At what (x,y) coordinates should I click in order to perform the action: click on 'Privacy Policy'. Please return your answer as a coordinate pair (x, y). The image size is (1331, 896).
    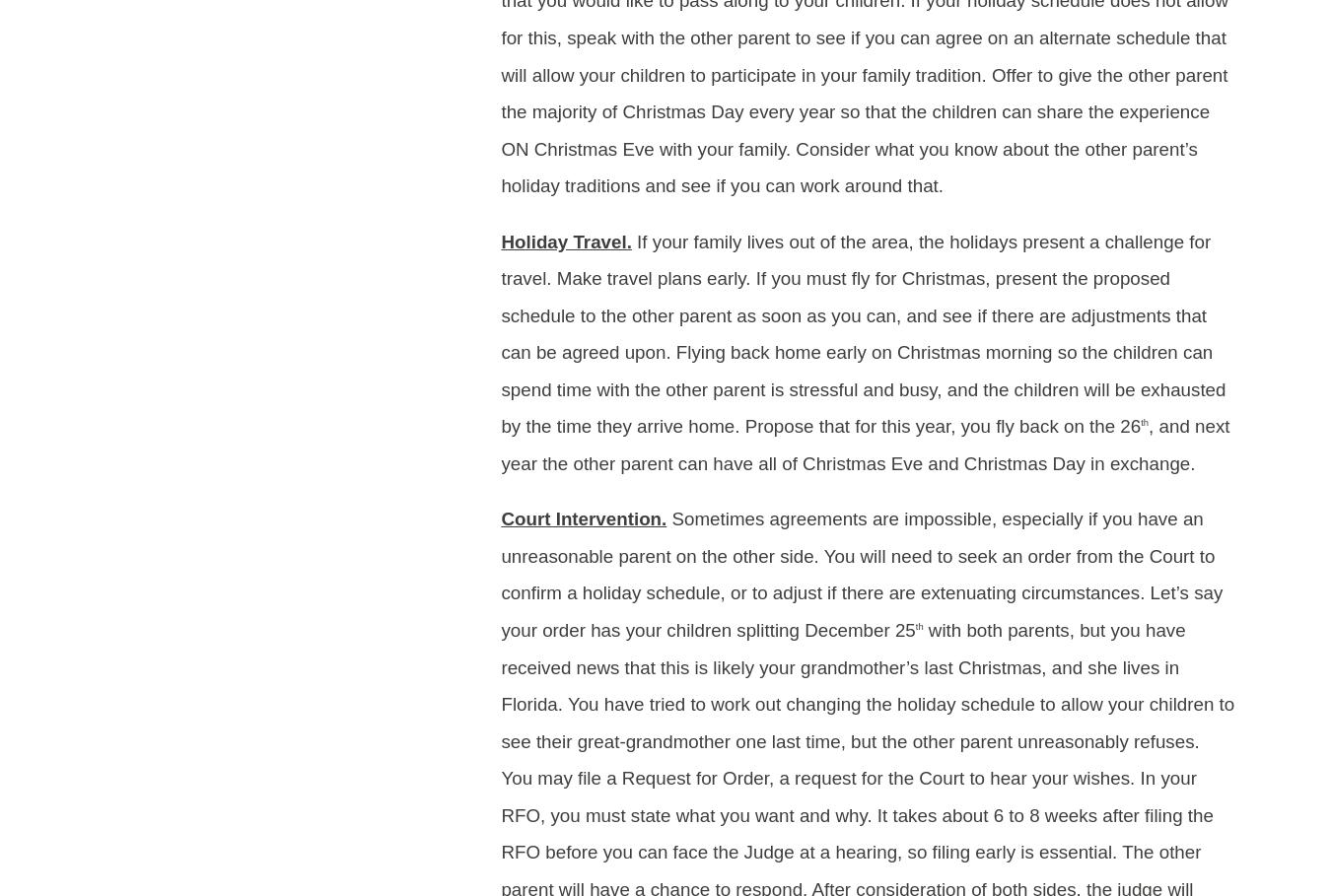
    Looking at the image, I should click on (207, 213).